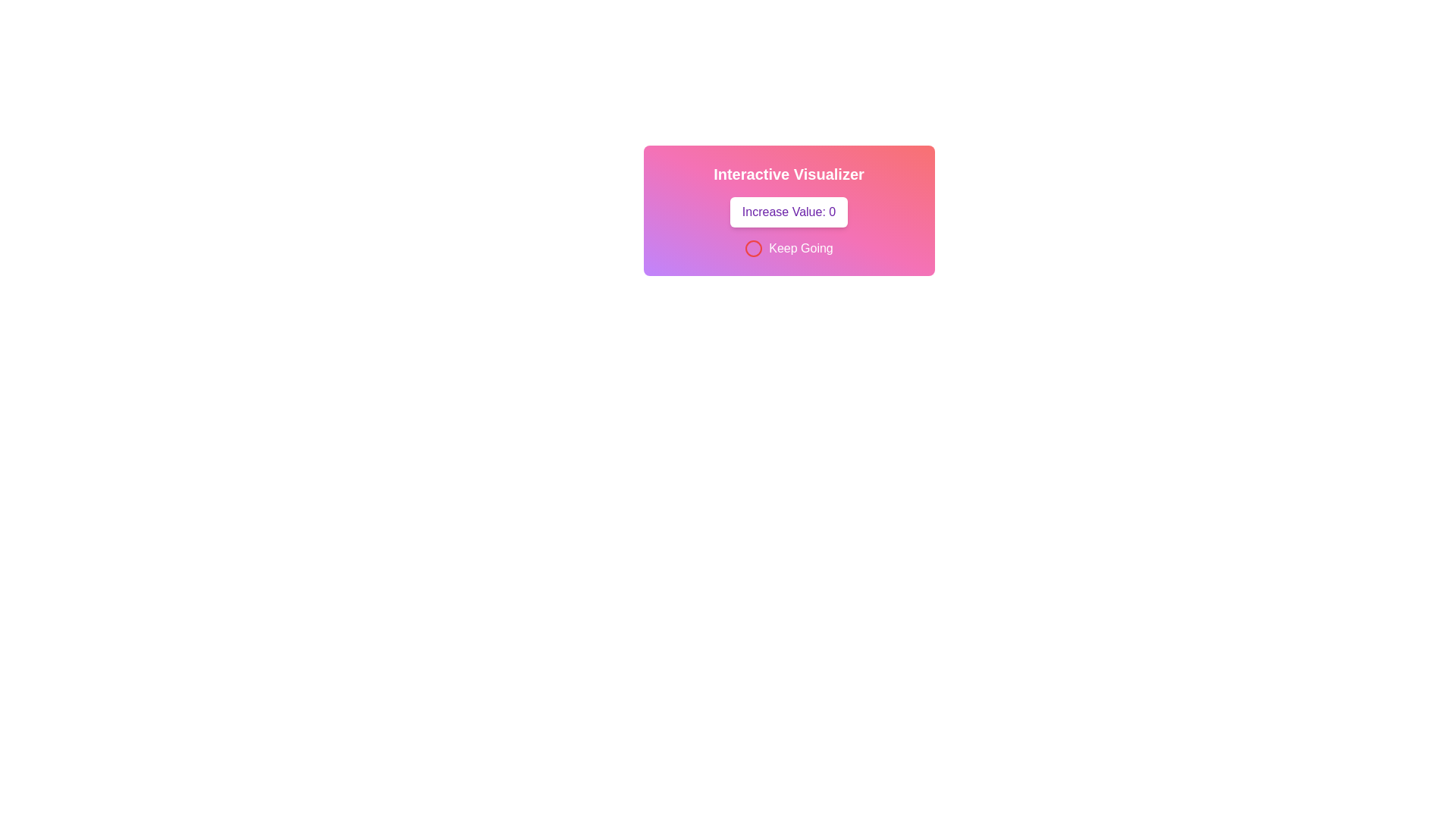 This screenshot has height=819, width=1456. Describe the element at coordinates (800, 247) in the screenshot. I see `the text label displaying 'Keep Going', which is styled in white font and located centrally within its colorful gradient-styled card` at that location.